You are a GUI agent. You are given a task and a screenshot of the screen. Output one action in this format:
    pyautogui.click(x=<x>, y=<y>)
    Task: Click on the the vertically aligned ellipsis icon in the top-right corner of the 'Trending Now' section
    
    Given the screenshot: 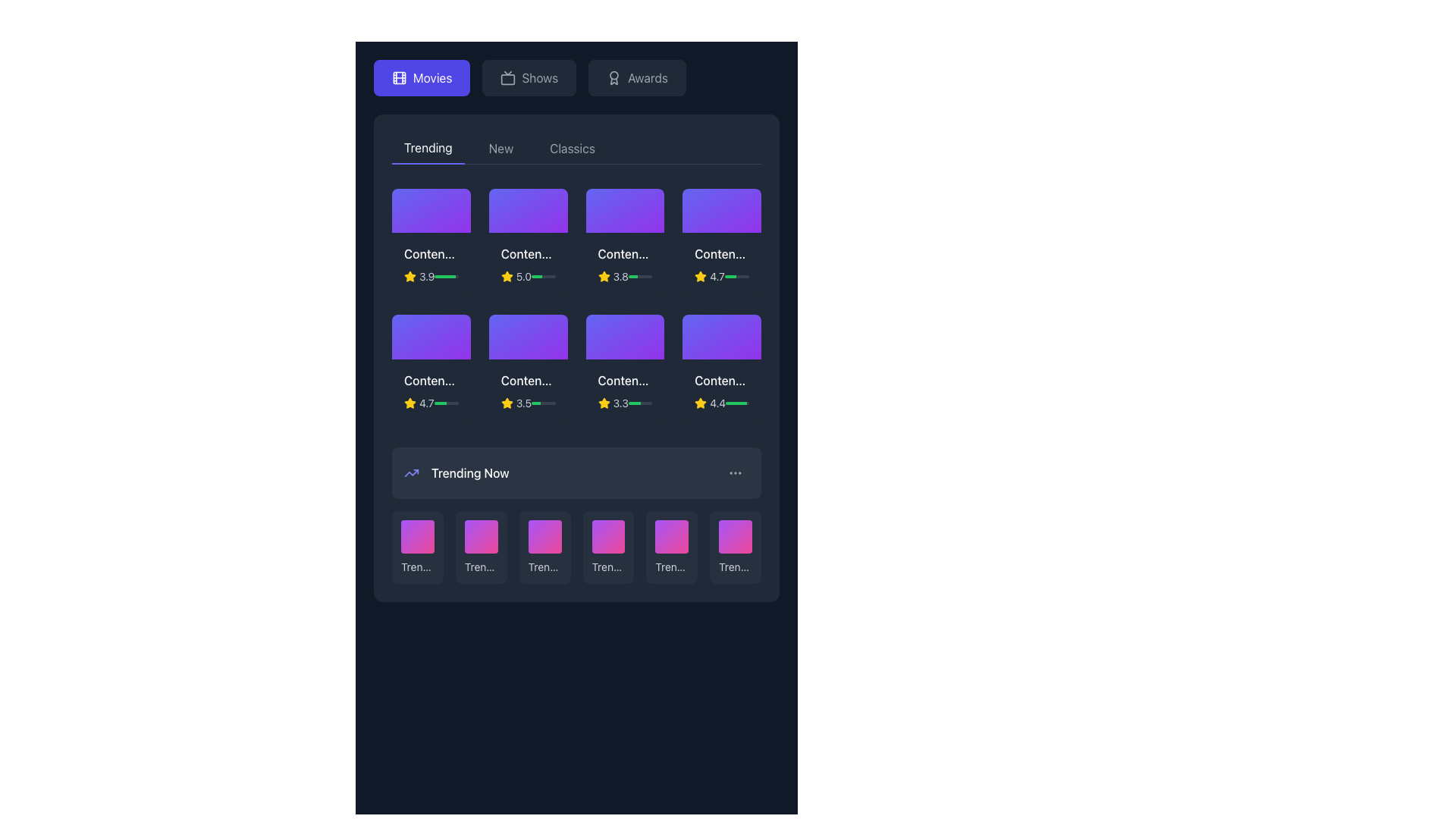 What is the action you would take?
    pyautogui.click(x=735, y=472)
    